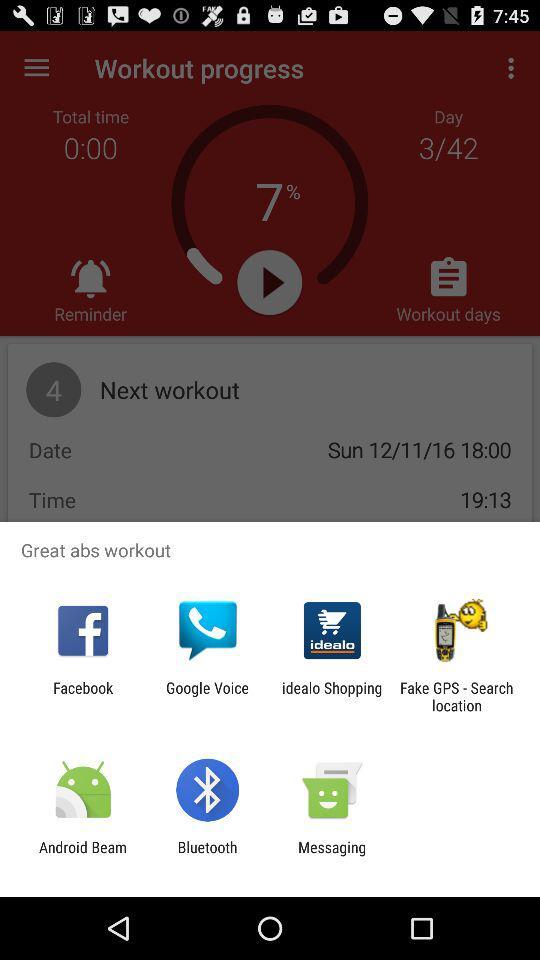 This screenshot has height=960, width=540. I want to click on the google voice icon, so click(206, 696).